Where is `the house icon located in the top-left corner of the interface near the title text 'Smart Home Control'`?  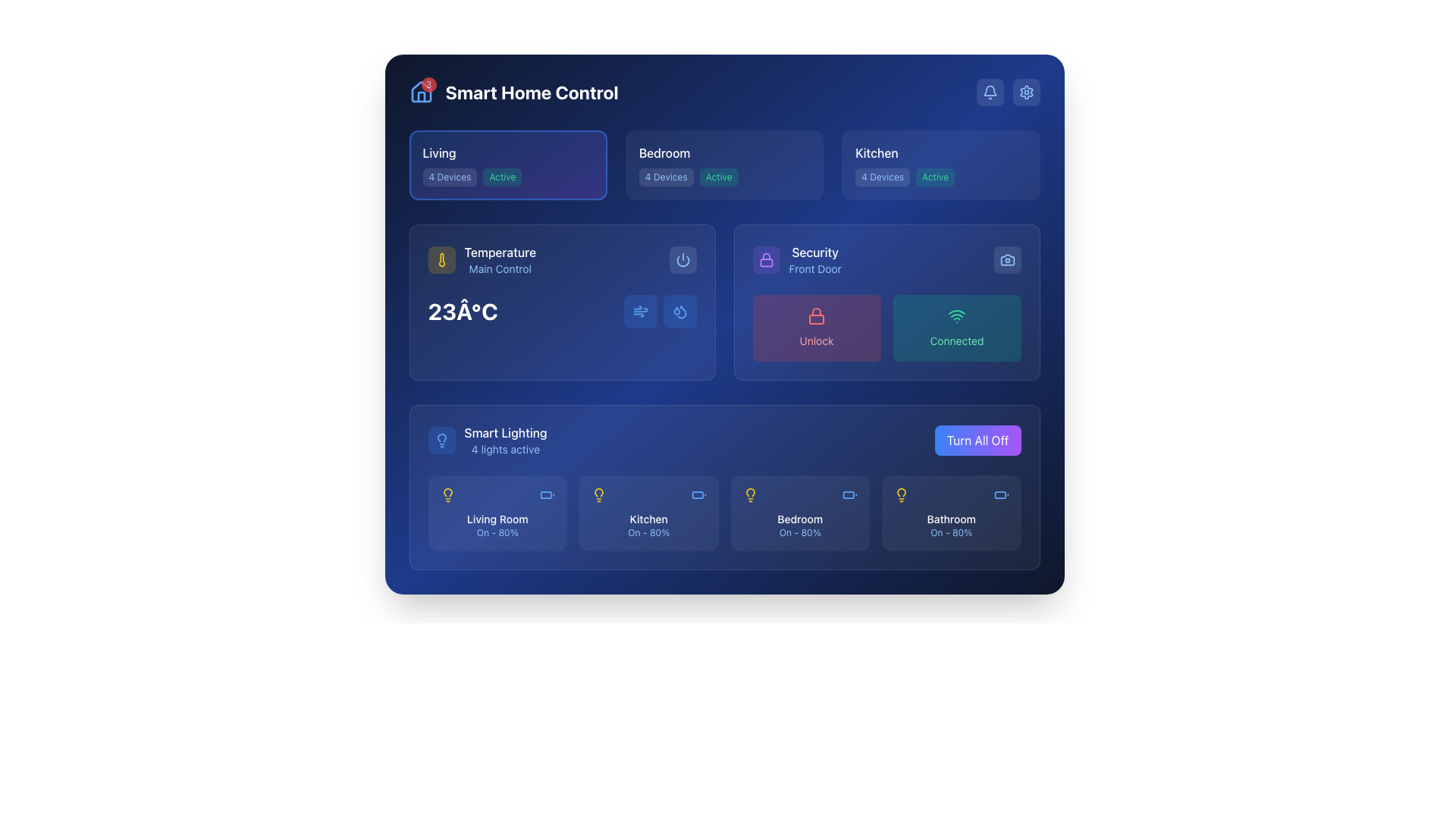
the house icon located in the top-left corner of the interface near the title text 'Smart Home Control' is located at coordinates (421, 92).